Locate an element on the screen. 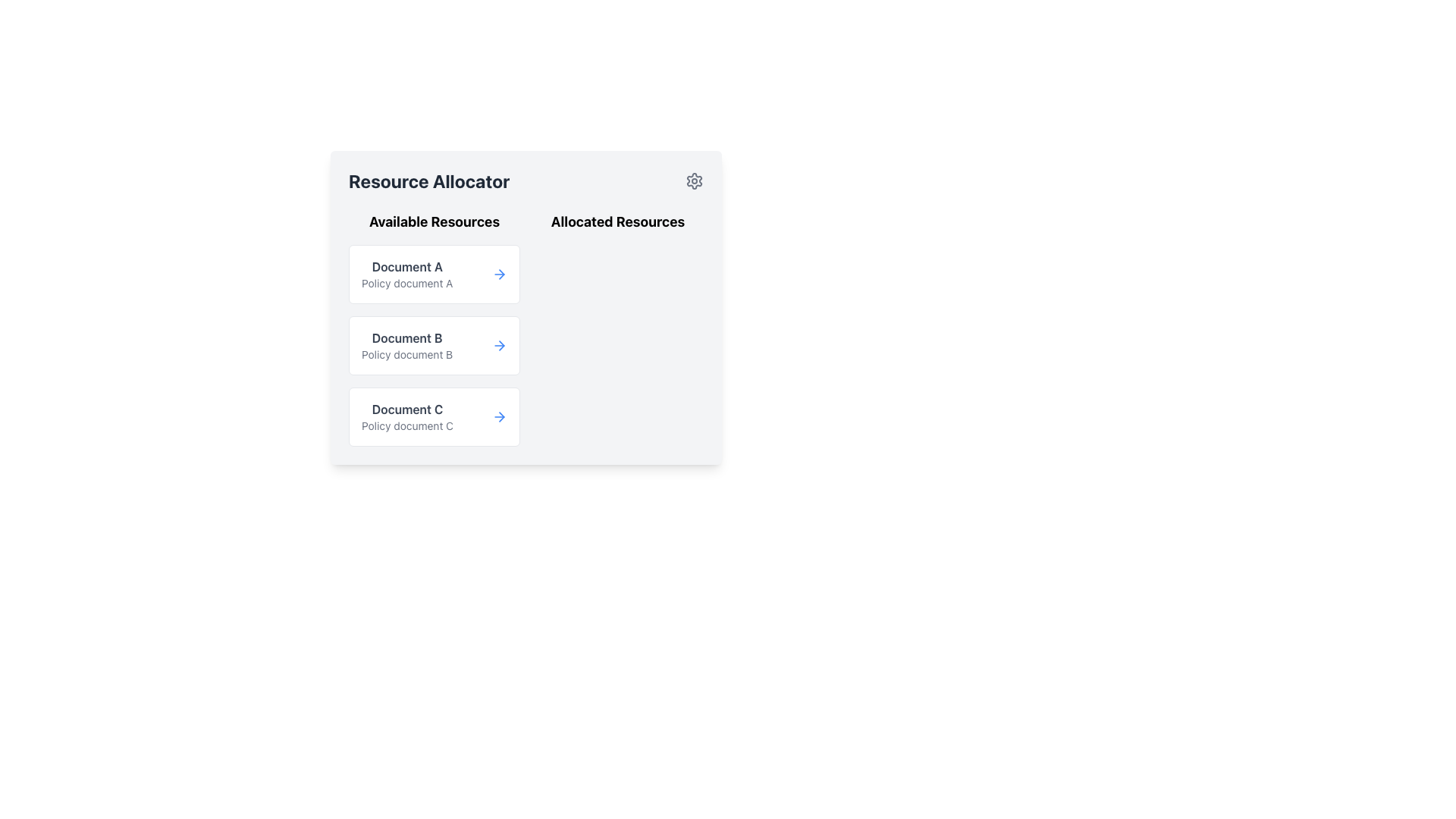 Image resolution: width=1456 pixels, height=819 pixels. the second rightward arrow under 'Available Resources' is located at coordinates (502, 345).